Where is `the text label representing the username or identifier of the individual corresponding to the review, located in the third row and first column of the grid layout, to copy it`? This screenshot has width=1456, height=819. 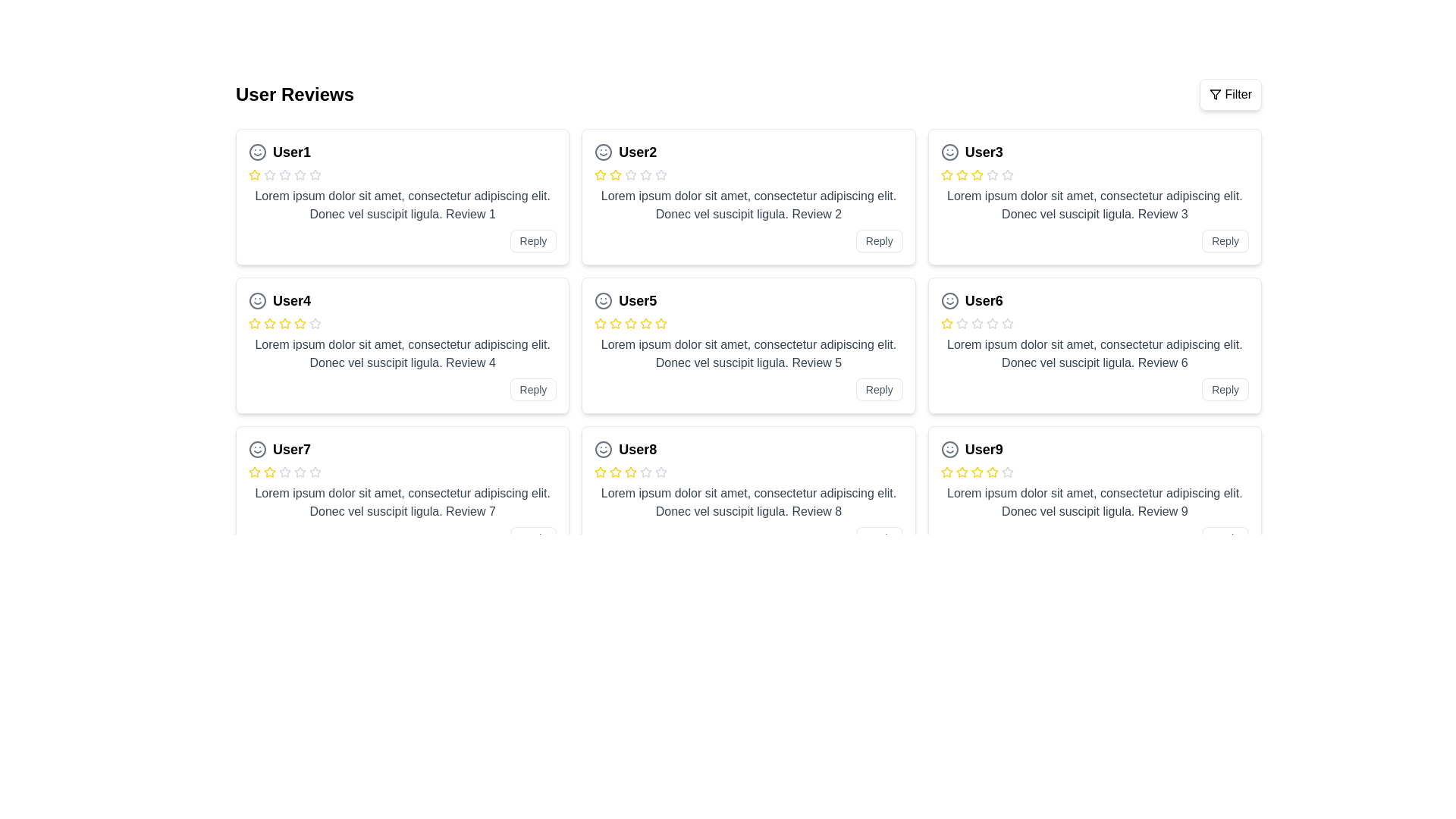
the text label representing the username or identifier of the individual corresponding to the review, located in the third row and first column of the grid layout, to copy it is located at coordinates (291, 449).